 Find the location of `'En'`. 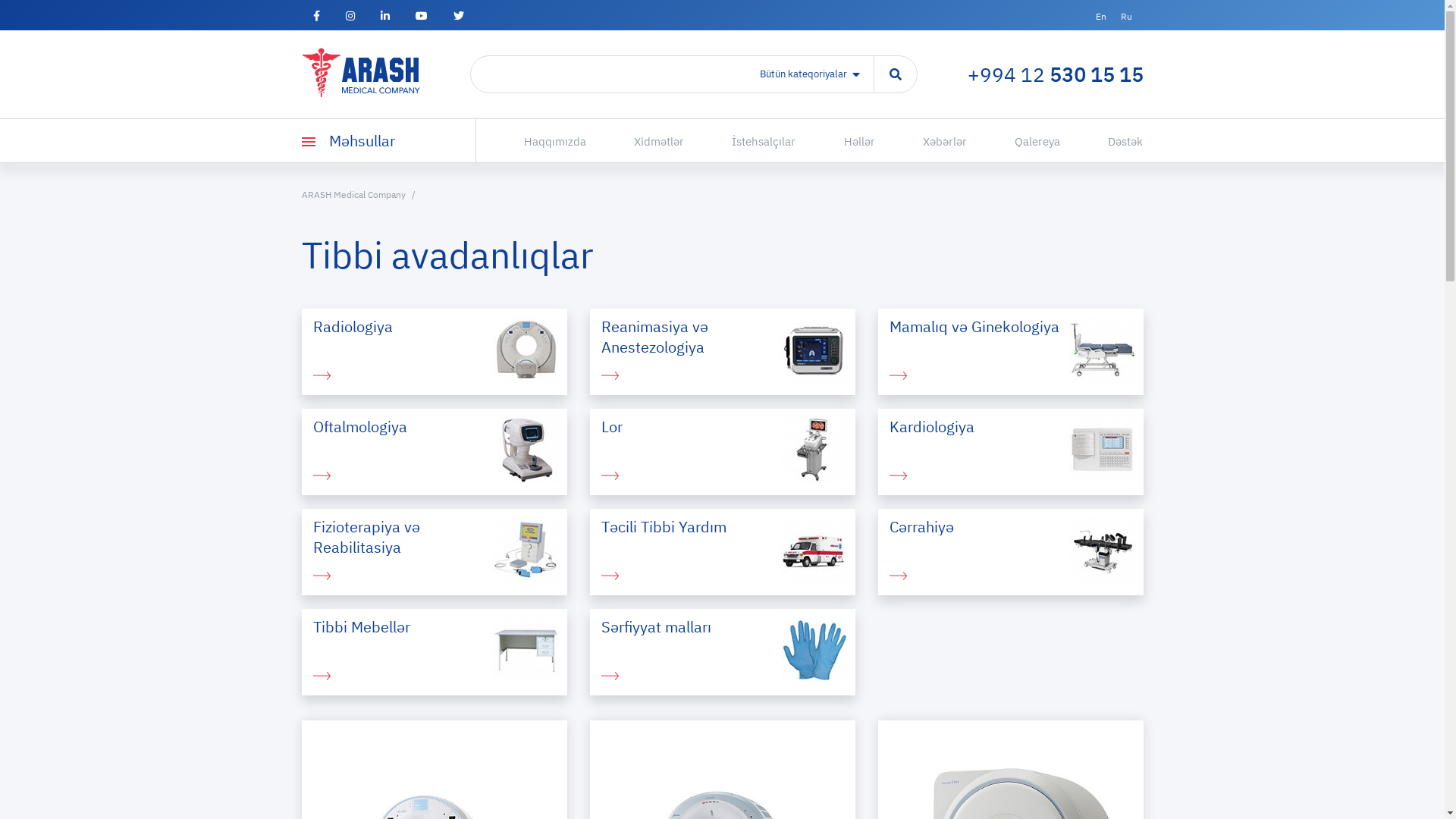

'En' is located at coordinates (1100, 16).